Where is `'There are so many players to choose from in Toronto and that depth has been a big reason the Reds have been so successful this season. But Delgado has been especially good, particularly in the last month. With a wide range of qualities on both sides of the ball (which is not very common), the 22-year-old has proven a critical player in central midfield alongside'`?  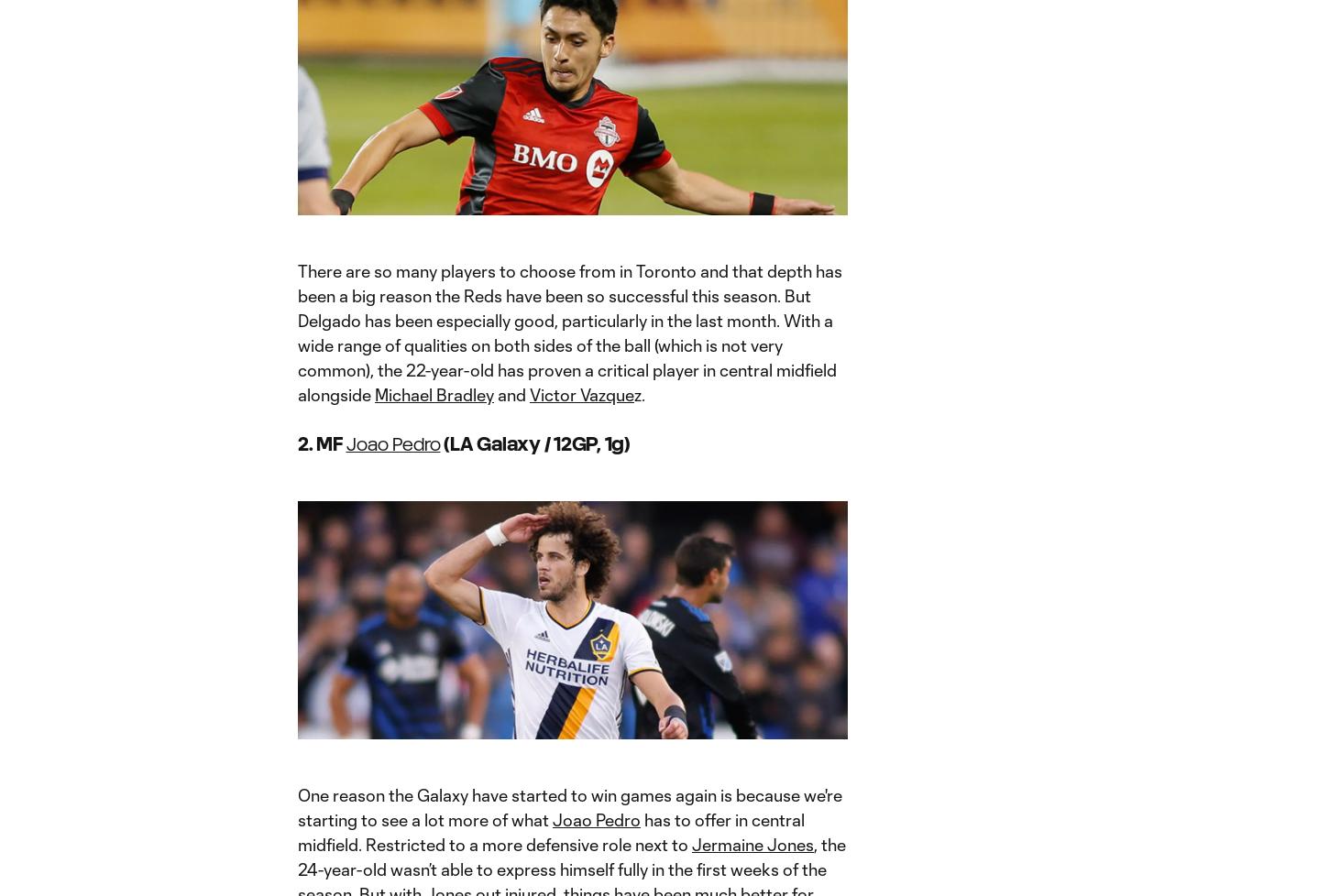 'There are so many players to choose from in Toronto and that depth has been a big reason the Reds have been so successful this season. But Delgado has been especially good, particularly in the last month. With a wide range of qualities on both sides of the ball (which is not very common), the 22-year-old has proven a critical player in central midfield alongside' is located at coordinates (569, 332).